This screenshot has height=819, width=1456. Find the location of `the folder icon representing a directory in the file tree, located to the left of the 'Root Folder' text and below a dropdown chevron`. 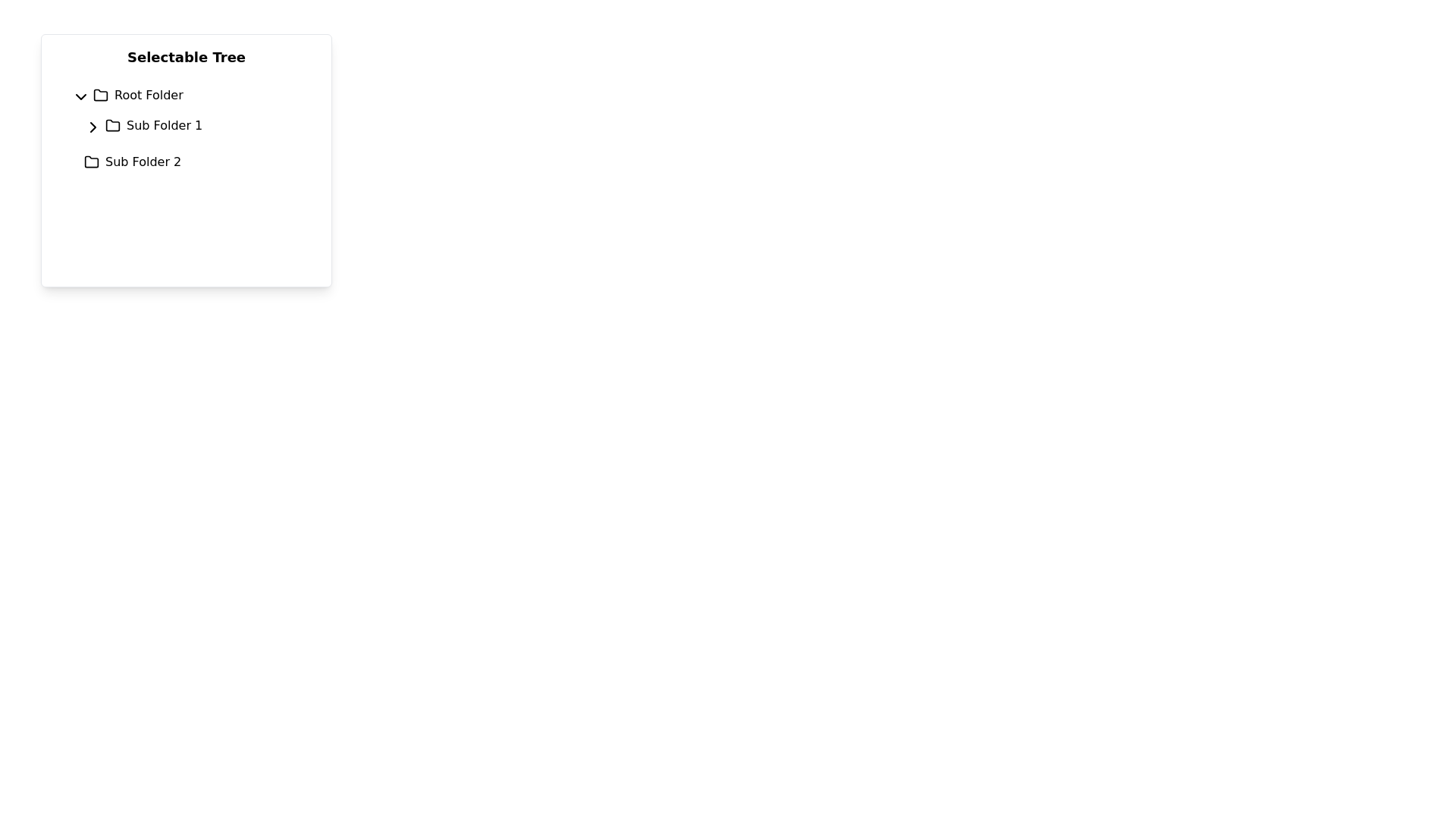

the folder icon representing a directory in the file tree, located to the left of the 'Root Folder' text and below a dropdown chevron is located at coordinates (100, 96).